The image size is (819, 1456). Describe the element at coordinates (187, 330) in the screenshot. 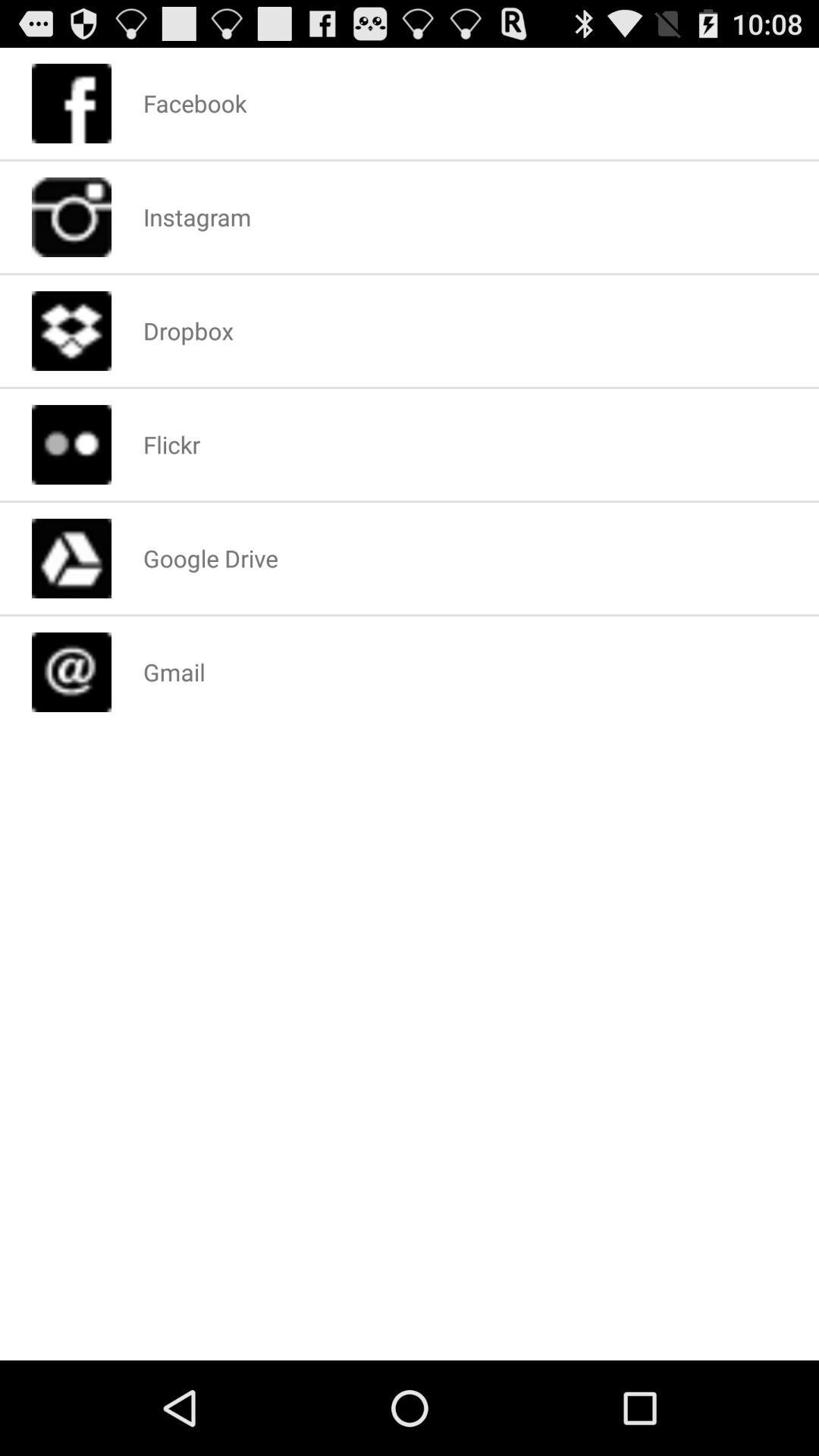

I see `icon above flickr icon` at that location.